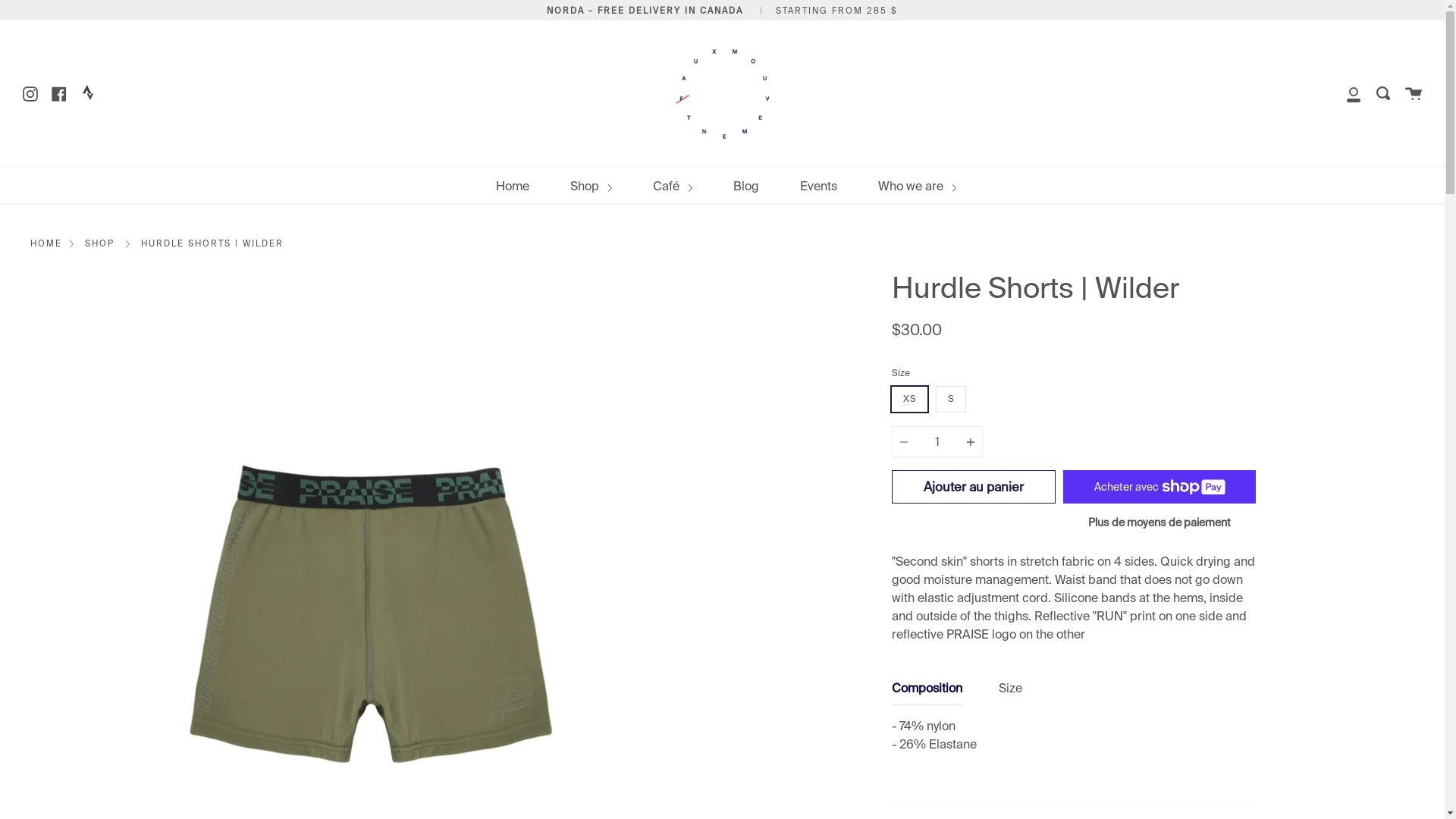 This screenshot has height=819, width=1456. What do you see at coordinates (79, 94) in the screenshot?
I see `'Twitter'` at bounding box center [79, 94].